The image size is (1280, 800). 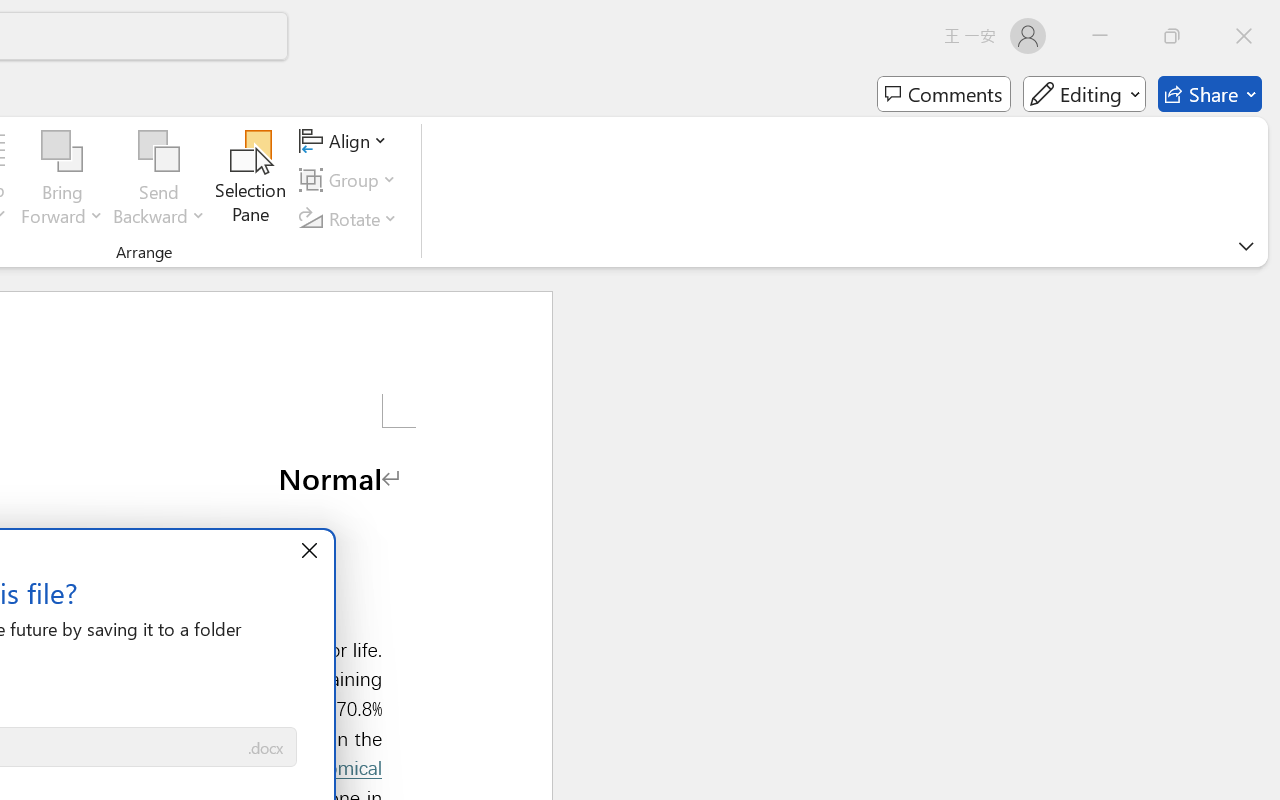 I want to click on 'Save as type', so click(x=264, y=748).